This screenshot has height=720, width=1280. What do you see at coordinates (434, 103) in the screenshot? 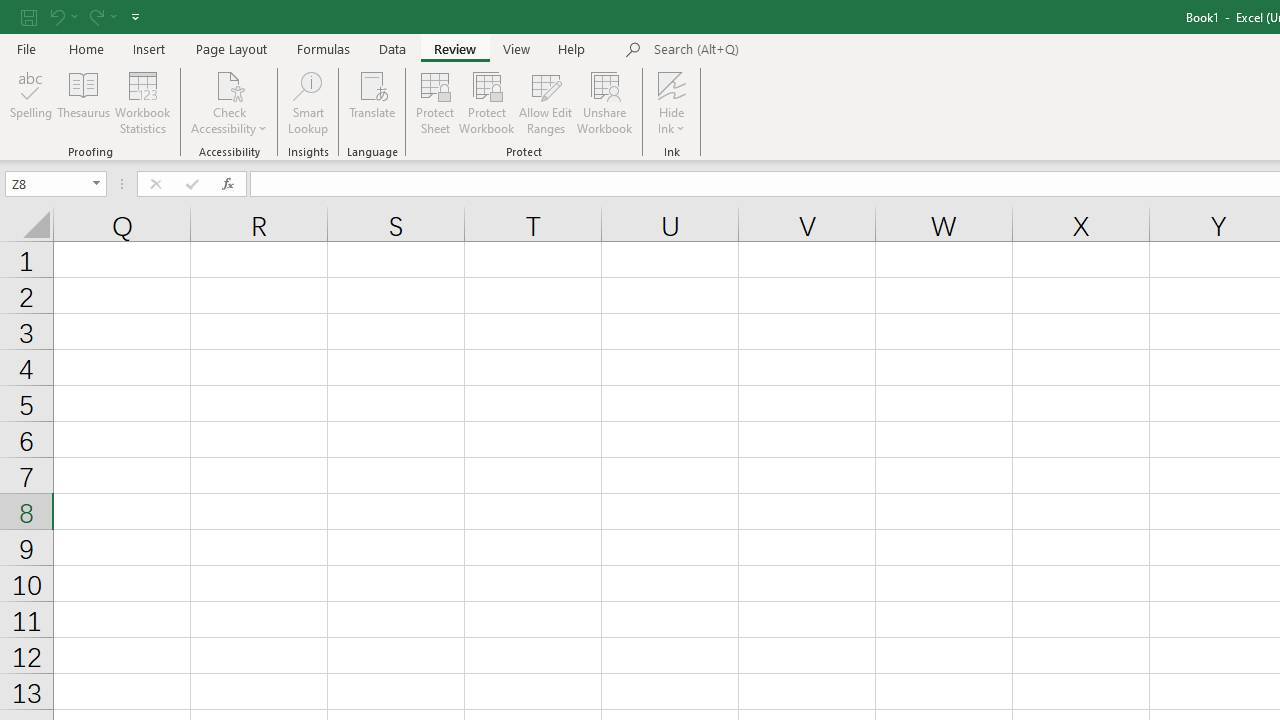
I see `'Protect Sheet...'` at bounding box center [434, 103].